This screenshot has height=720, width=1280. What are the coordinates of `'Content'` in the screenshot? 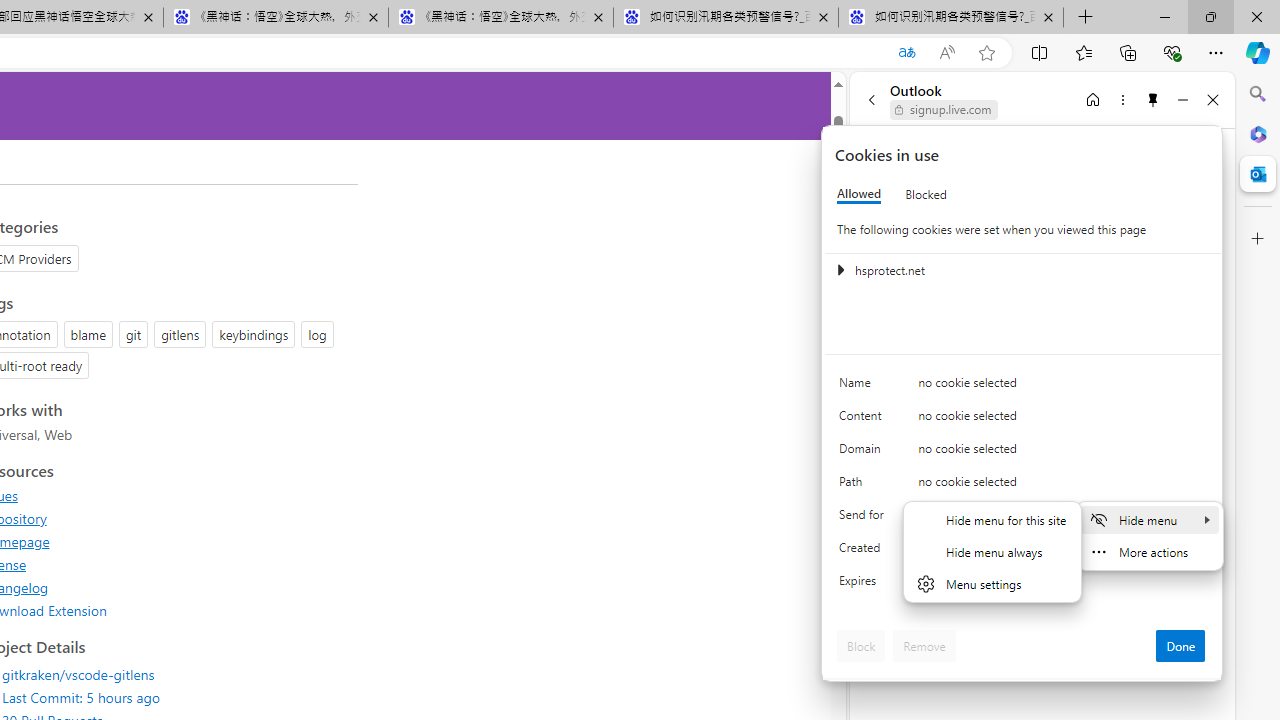 It's located at (865, 419).